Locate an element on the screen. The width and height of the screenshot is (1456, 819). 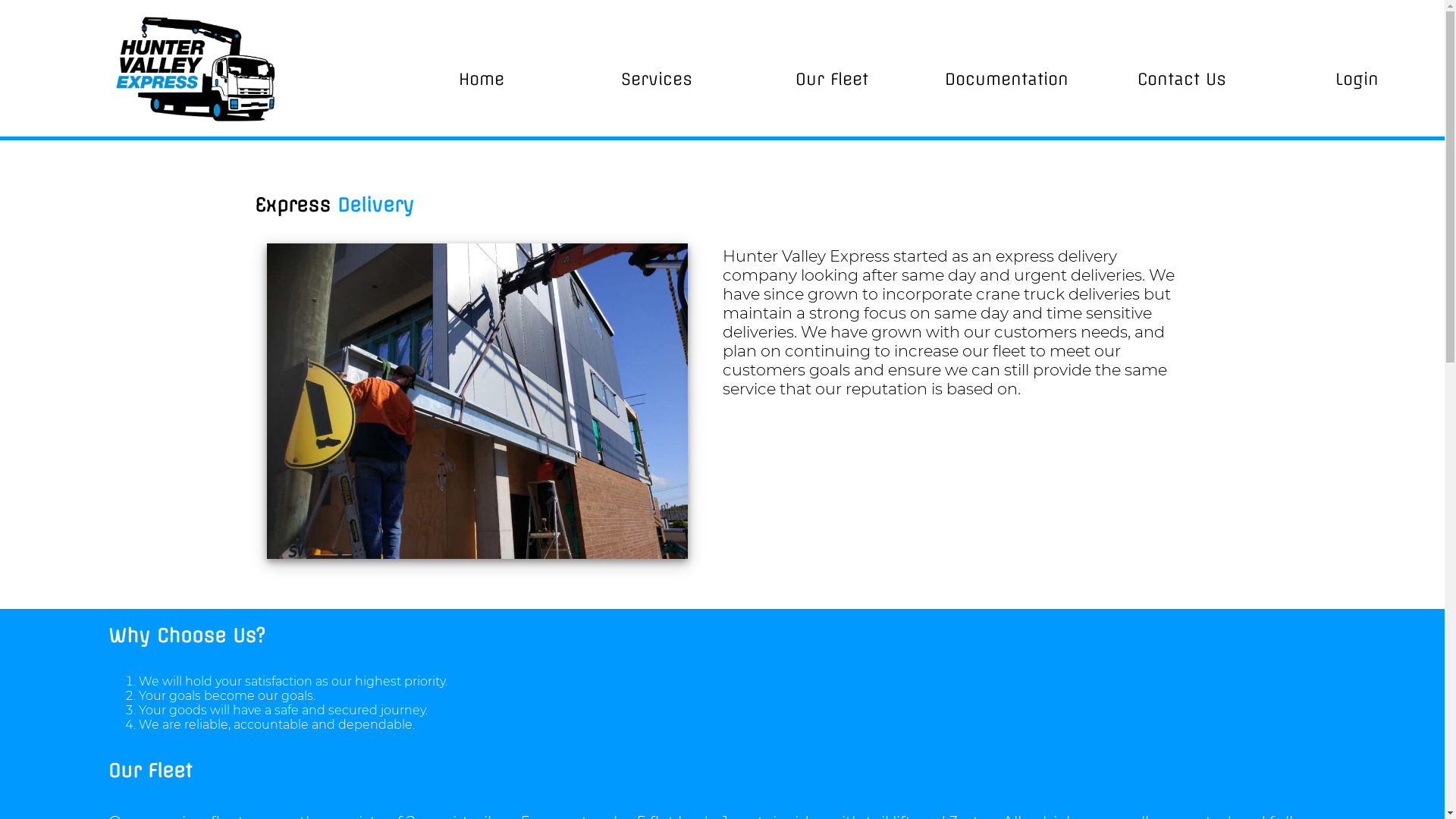
'Services' is located at coordinates (656, 79).